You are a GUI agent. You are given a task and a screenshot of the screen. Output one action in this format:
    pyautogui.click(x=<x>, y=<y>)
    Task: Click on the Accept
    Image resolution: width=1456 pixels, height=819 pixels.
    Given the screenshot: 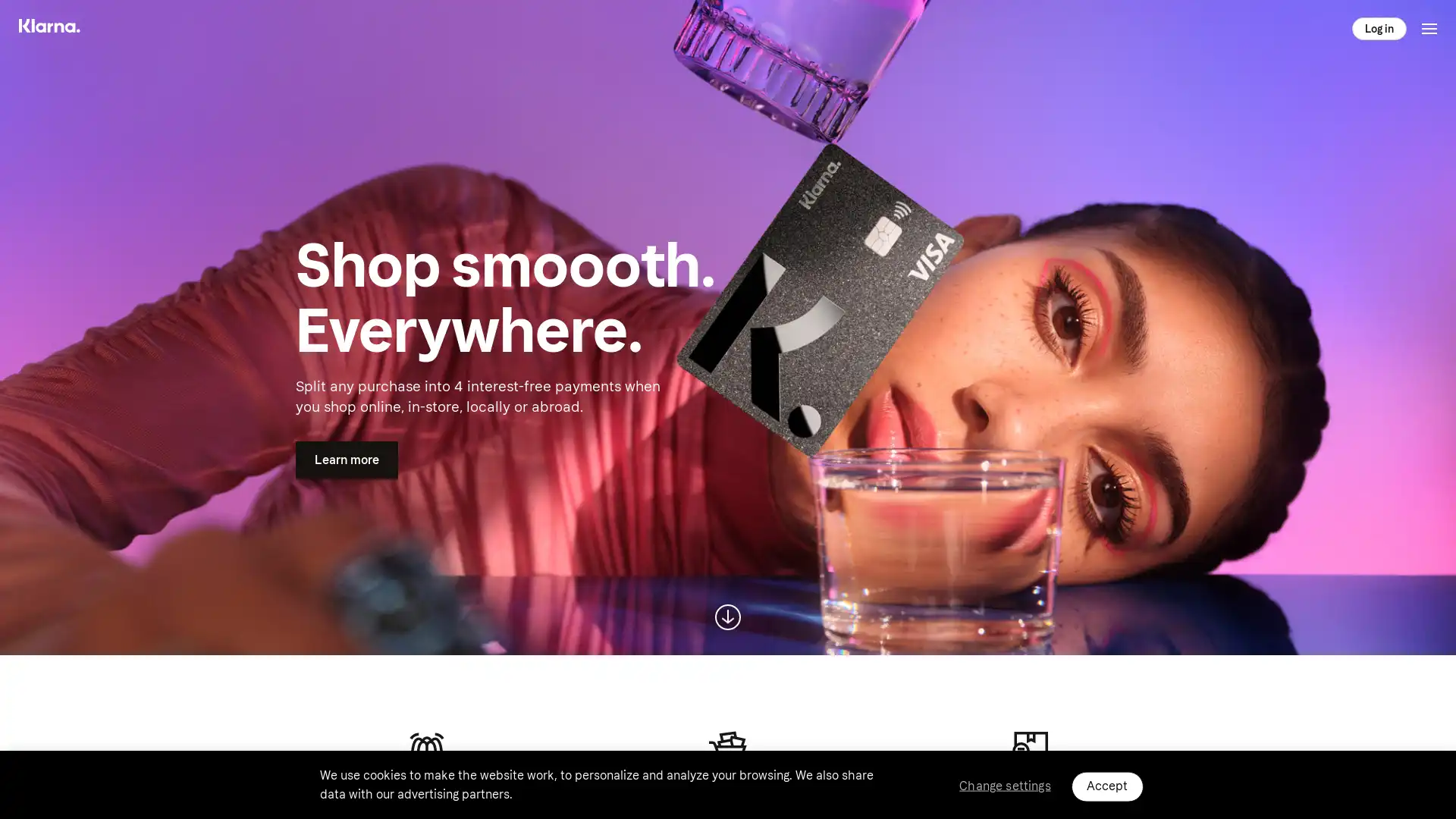 What is the action you would take?
    pyautogui.click(x=1106, y=786)
    